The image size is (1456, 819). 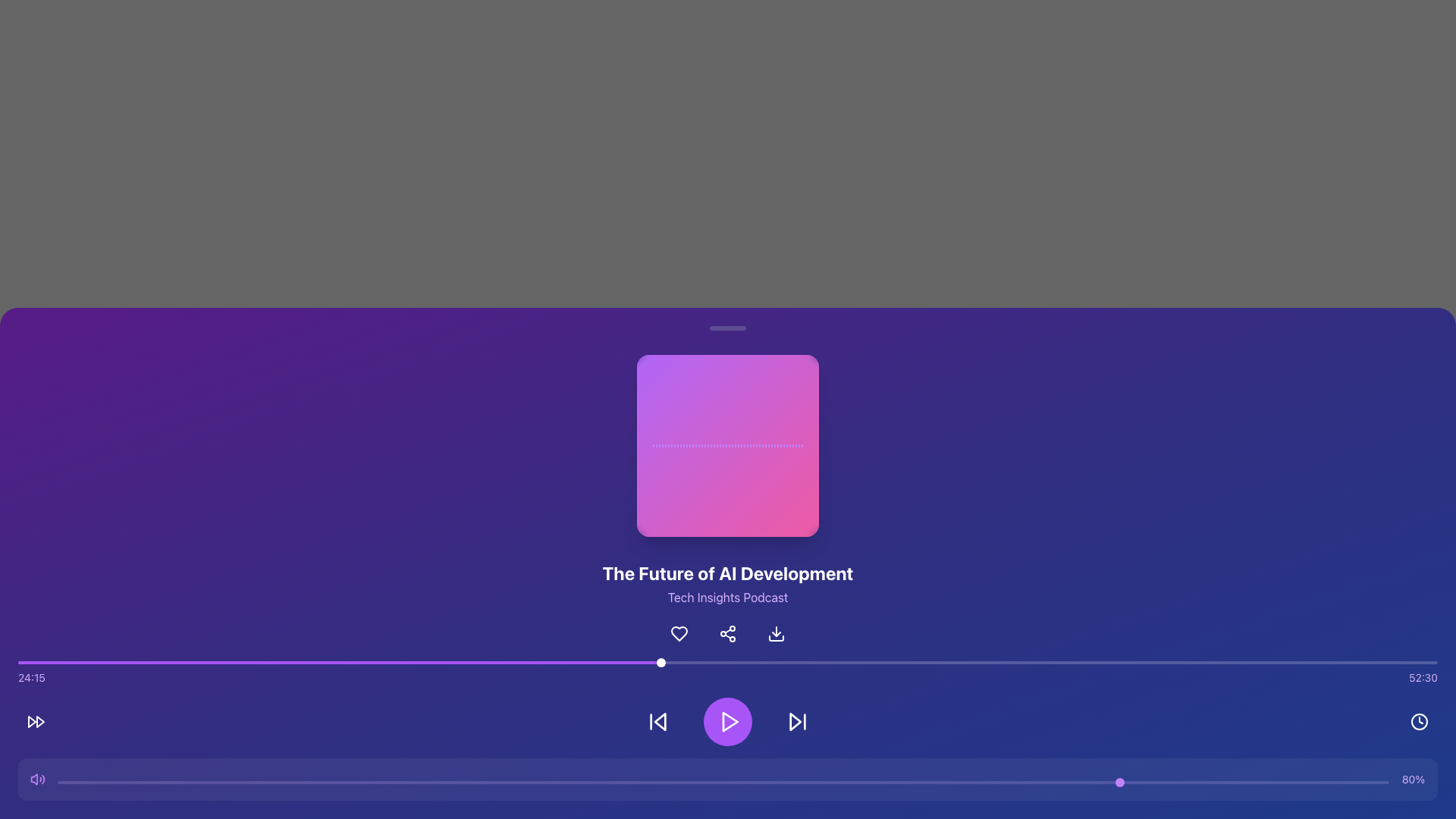 I want to click on the leftmost backward skip button in the media player interface, so click(x=658, y=721).